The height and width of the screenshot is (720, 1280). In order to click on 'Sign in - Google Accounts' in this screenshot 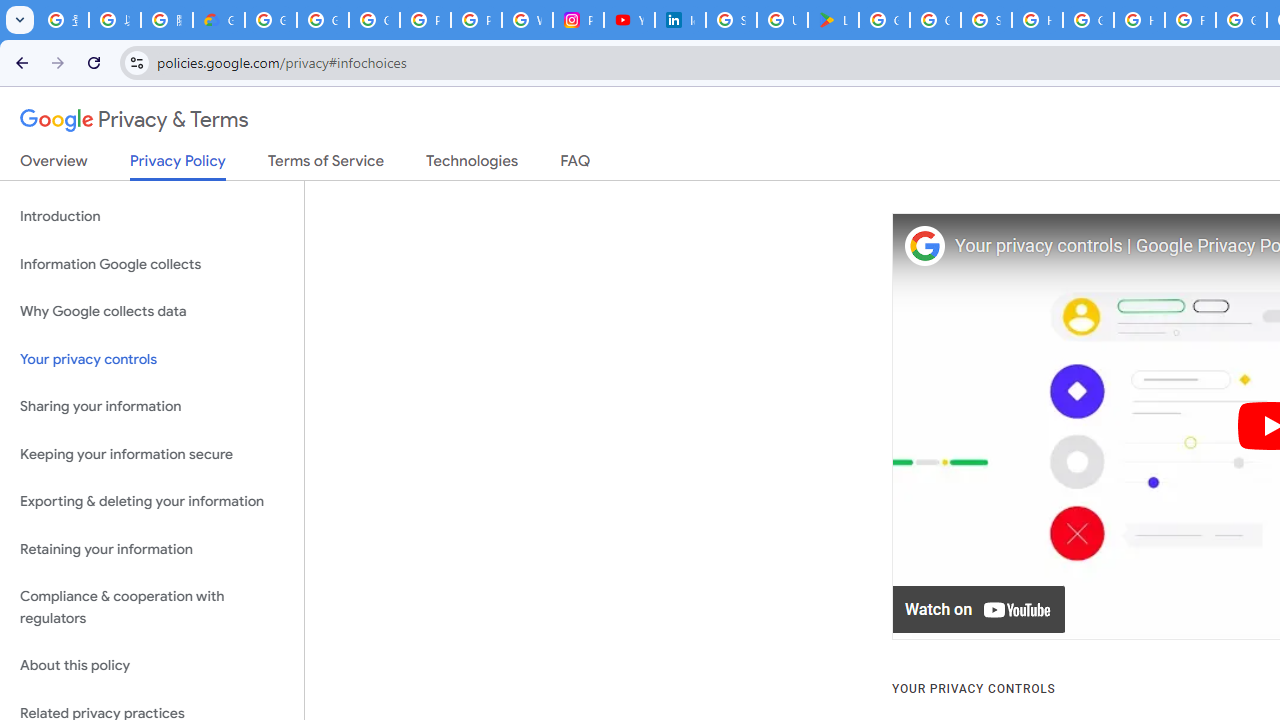, I will do `click(730, 20)`.